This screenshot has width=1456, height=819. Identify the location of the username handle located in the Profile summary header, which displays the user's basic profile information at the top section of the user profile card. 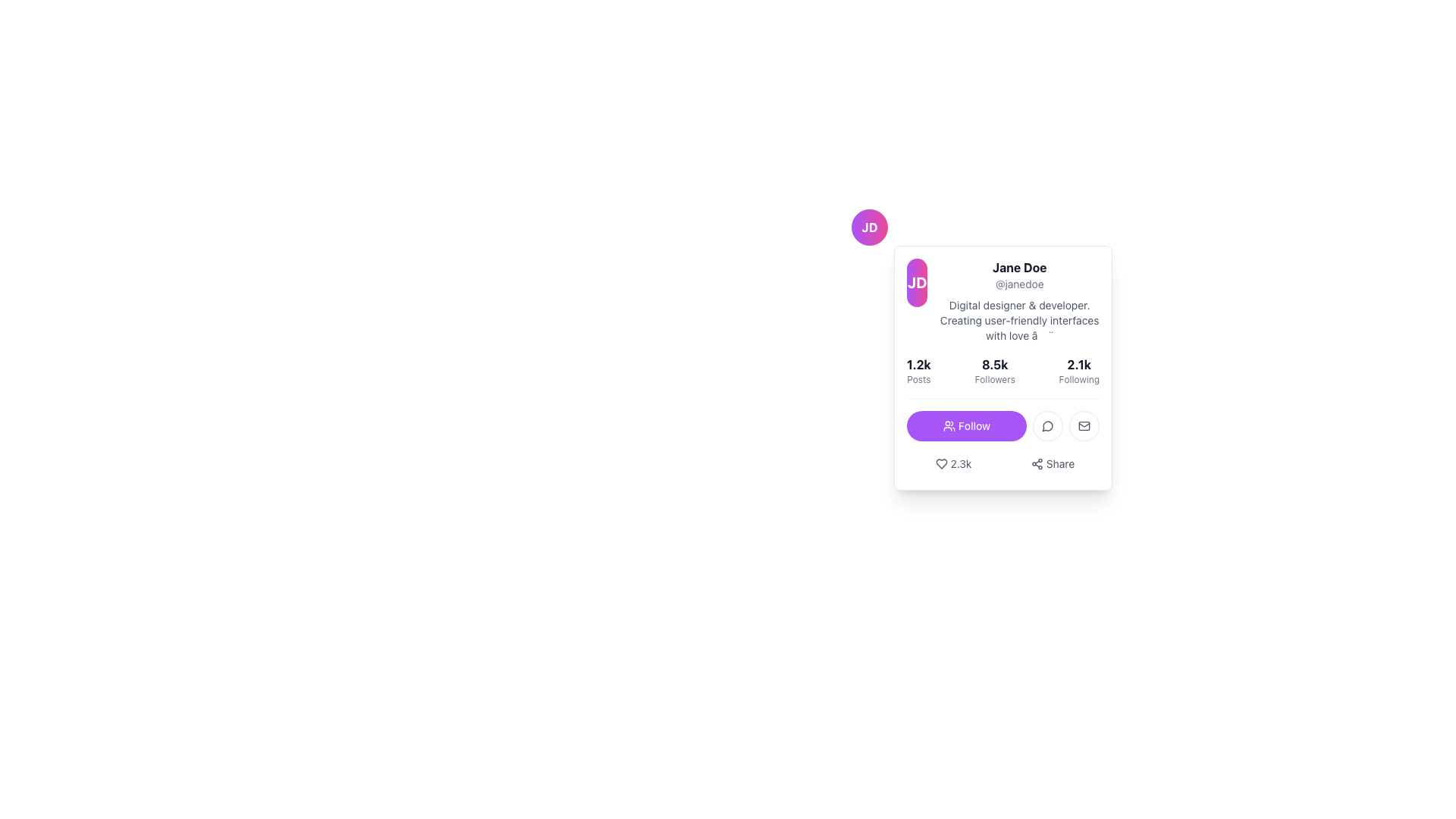
(1003, 301).